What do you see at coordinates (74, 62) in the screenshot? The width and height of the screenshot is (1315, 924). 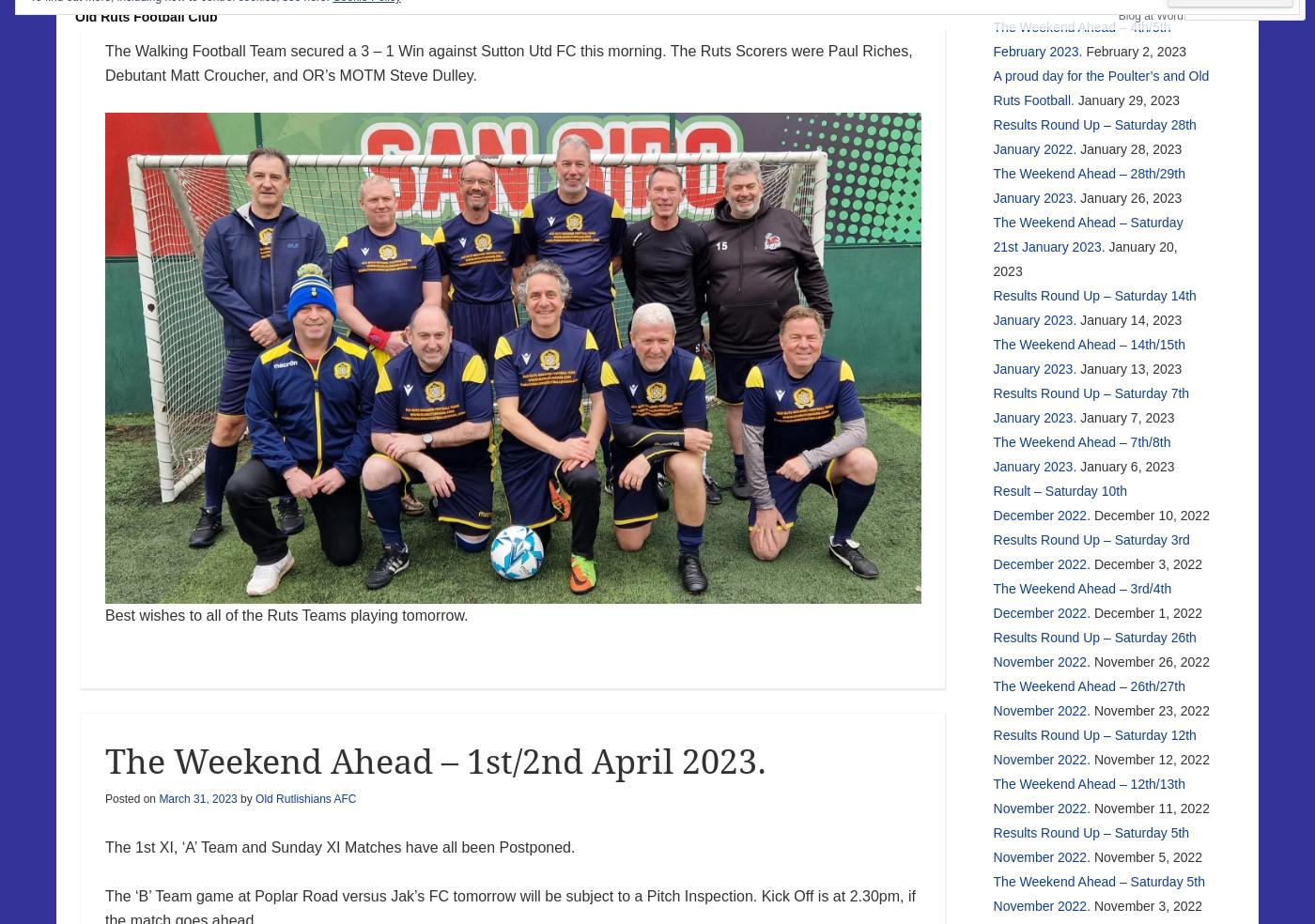 I see `'Old Ruts Football Club'` at bounding box center [74, 62].